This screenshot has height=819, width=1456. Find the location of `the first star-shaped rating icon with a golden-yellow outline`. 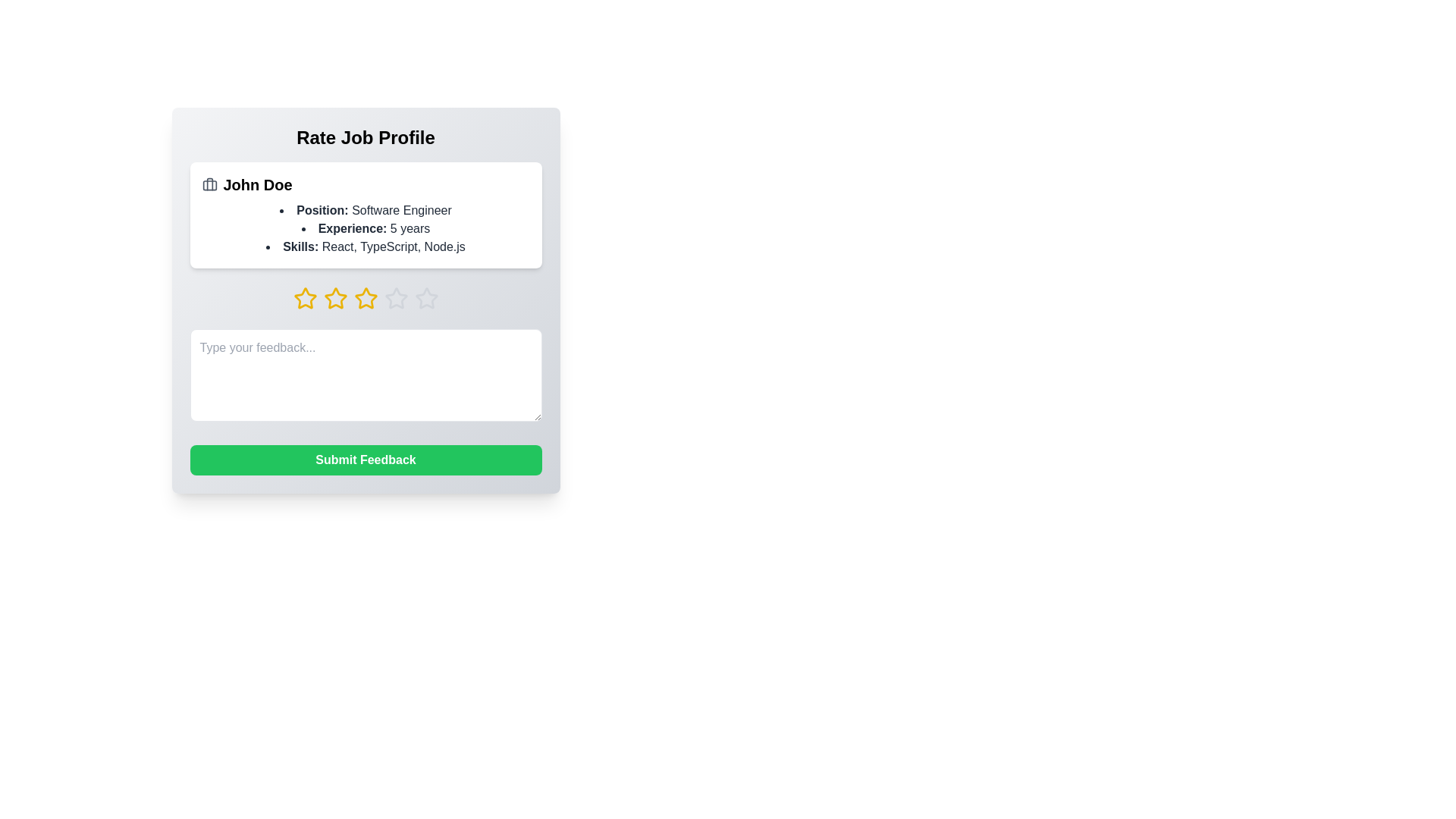

the first star-shaped rating icon with a golden-yellow outline is located at coordinates (304, 298).